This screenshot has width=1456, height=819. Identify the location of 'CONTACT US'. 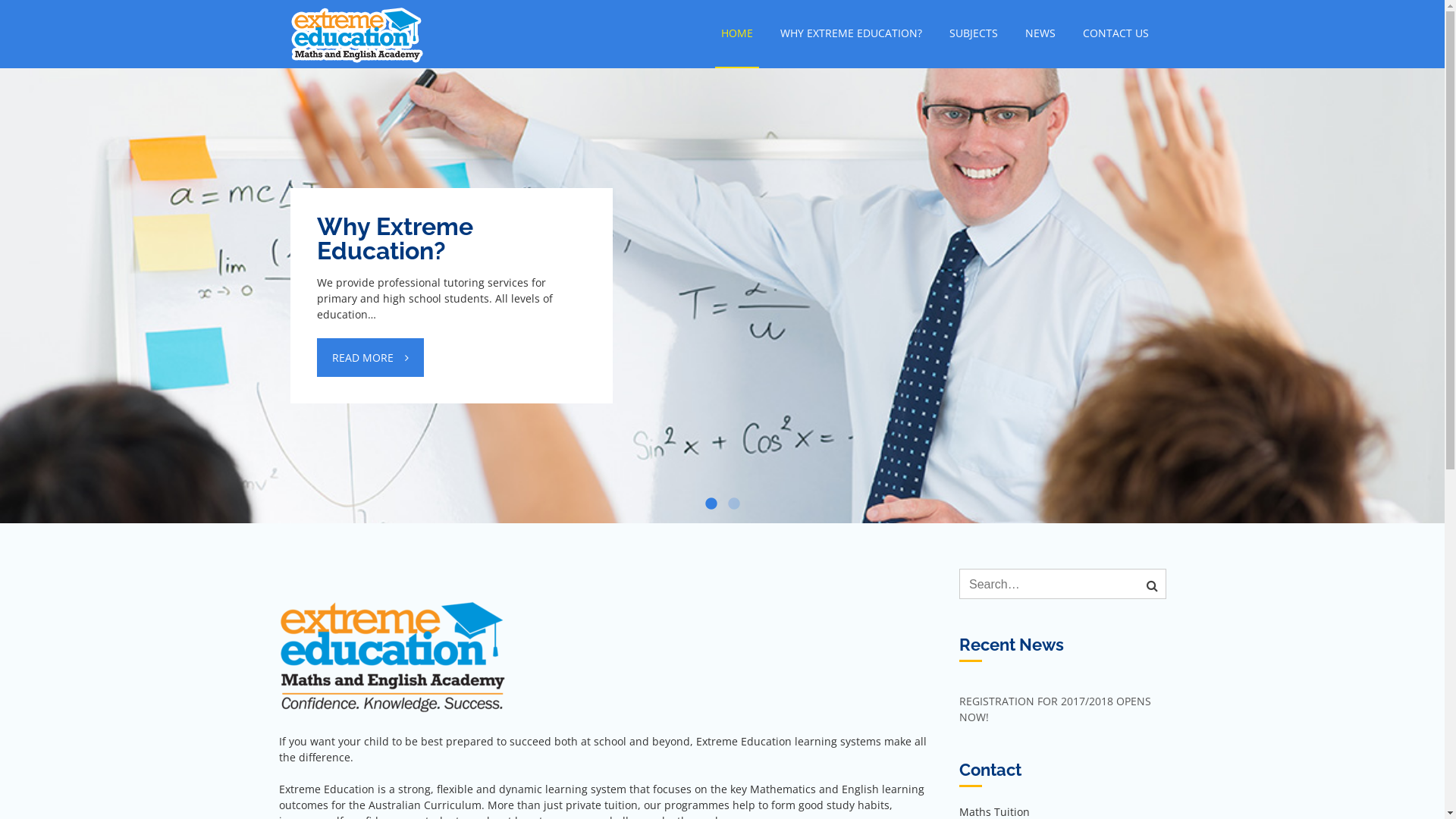
(1116, 33).